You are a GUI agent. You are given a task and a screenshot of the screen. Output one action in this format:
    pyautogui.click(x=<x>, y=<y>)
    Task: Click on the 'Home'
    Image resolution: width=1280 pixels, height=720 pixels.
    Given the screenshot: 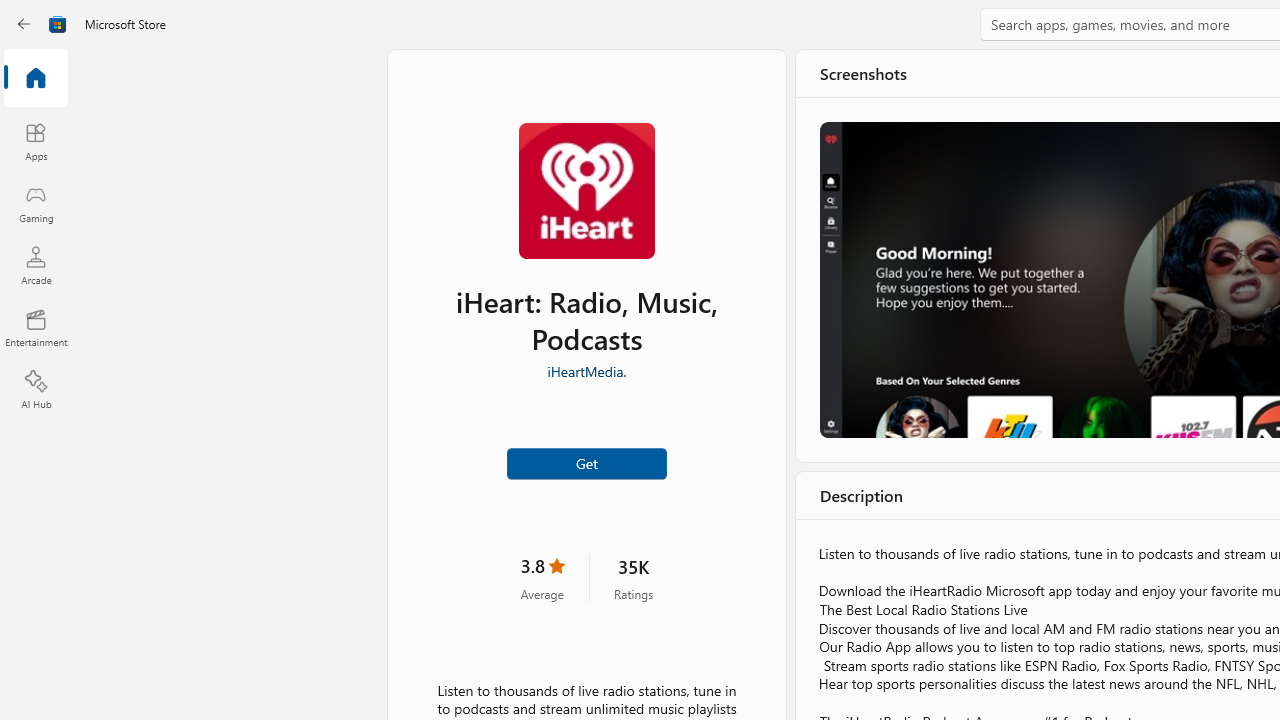 What is the action you would take?
    pyautogui.click(x=35, y=78)
    